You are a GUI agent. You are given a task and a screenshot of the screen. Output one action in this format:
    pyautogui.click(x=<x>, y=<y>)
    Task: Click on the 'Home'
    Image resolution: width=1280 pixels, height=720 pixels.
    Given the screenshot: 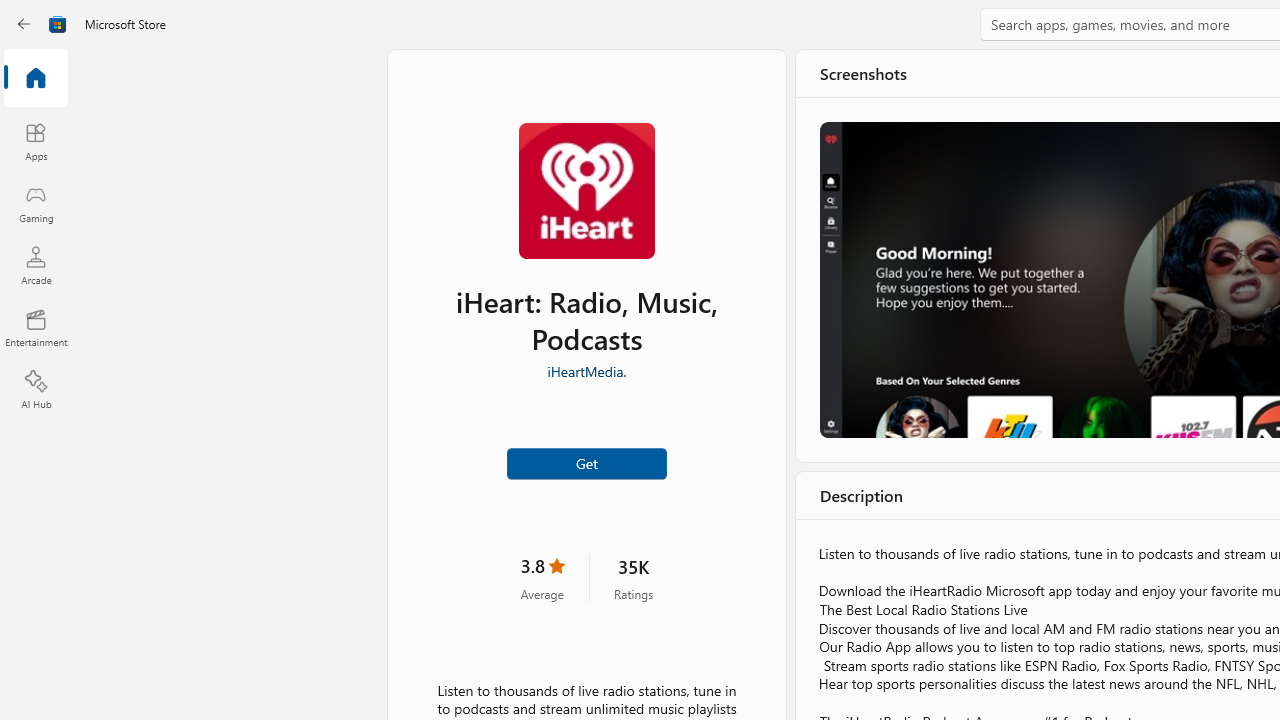 What is the action you would take?
    pyautogui.click(x=35, y=78)
    